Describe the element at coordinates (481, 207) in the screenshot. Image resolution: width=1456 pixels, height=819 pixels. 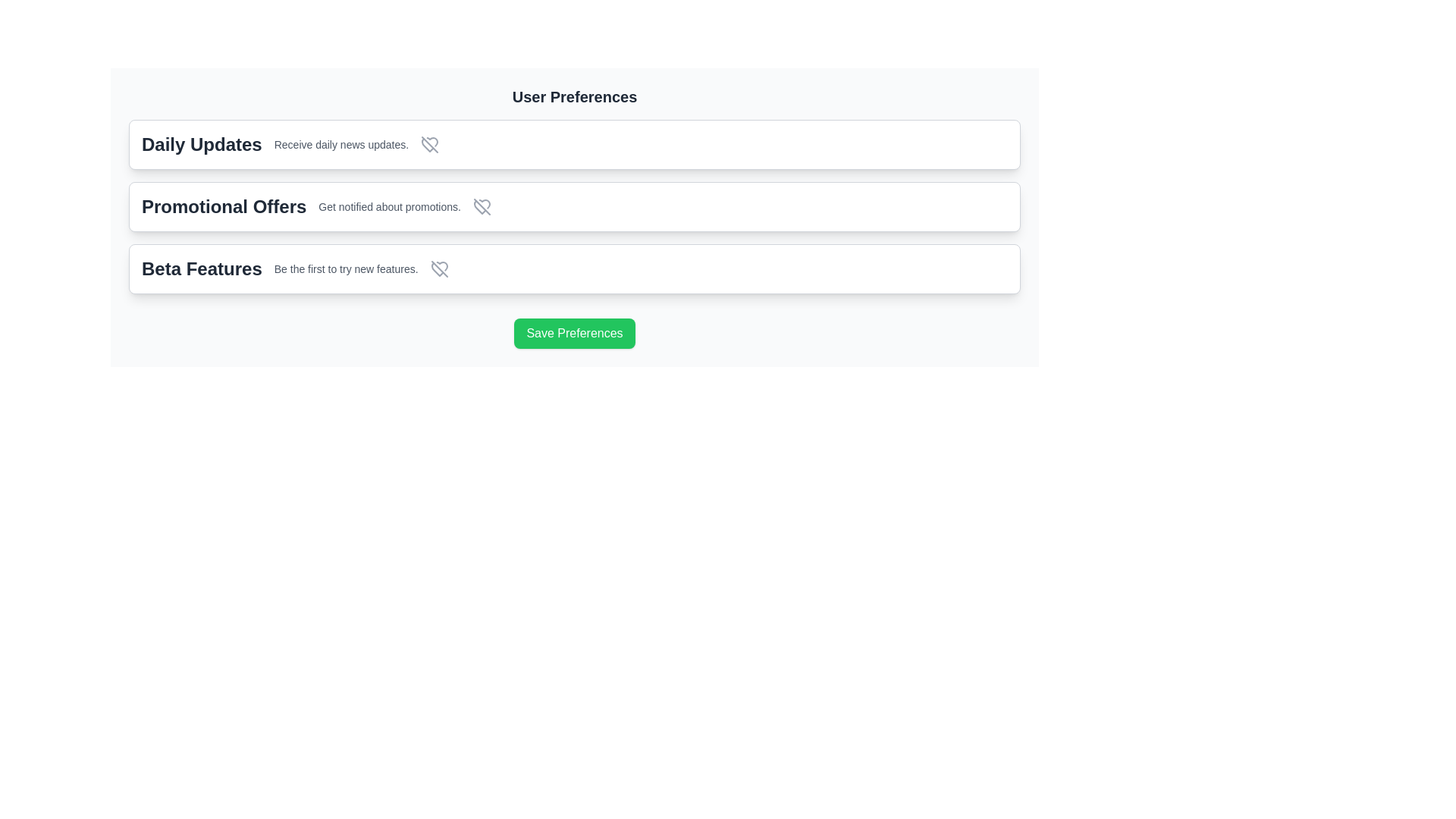
I see `the diagonal line of the 'heart-off' icon, which indicates an inactive state, located adjacent to 'Promotional Offers' in the user preference settings panel` at that location.